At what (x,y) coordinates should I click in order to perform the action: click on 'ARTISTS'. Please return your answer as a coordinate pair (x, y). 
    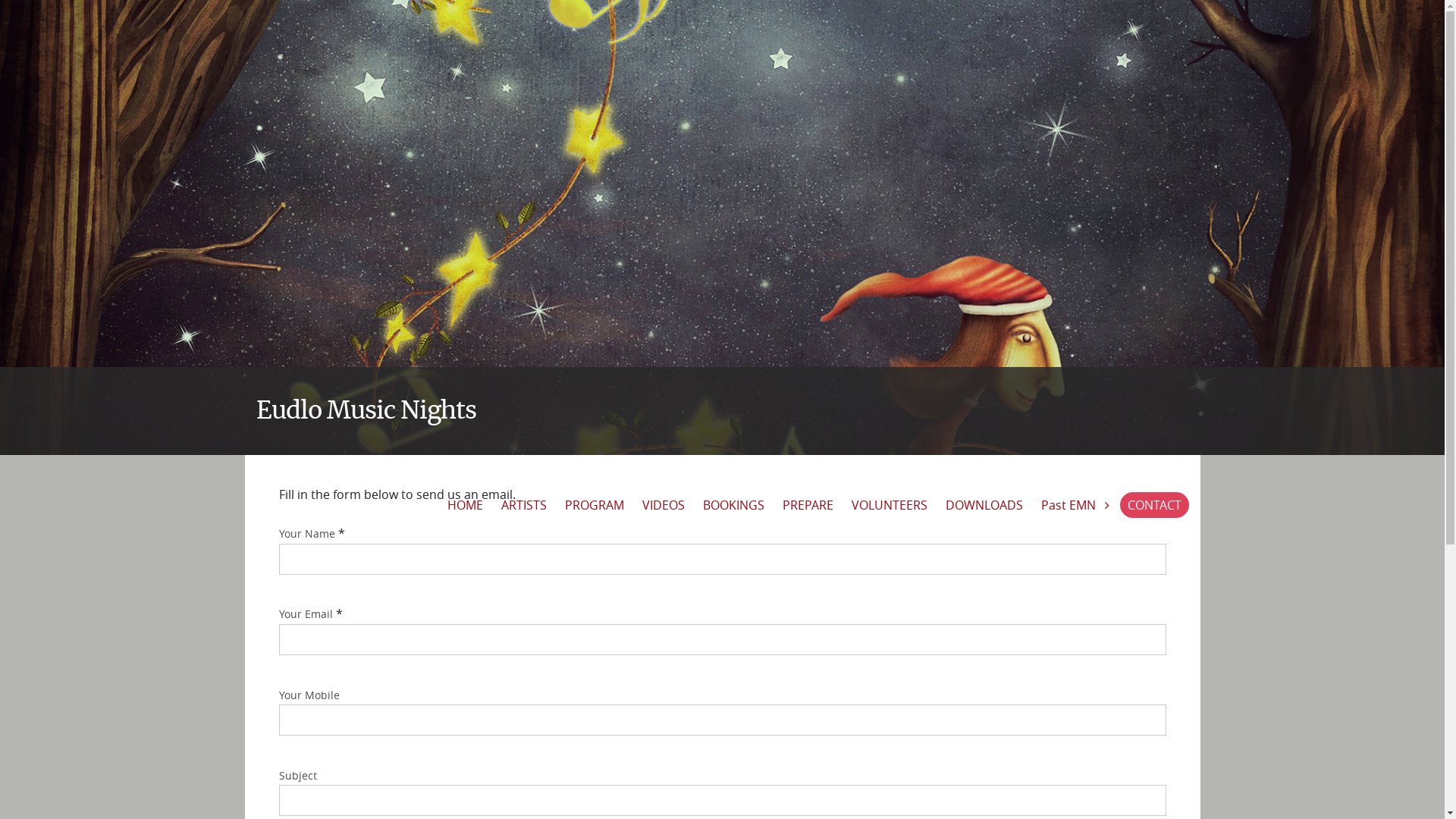
    Looking at the image, I should click on (523, 505).